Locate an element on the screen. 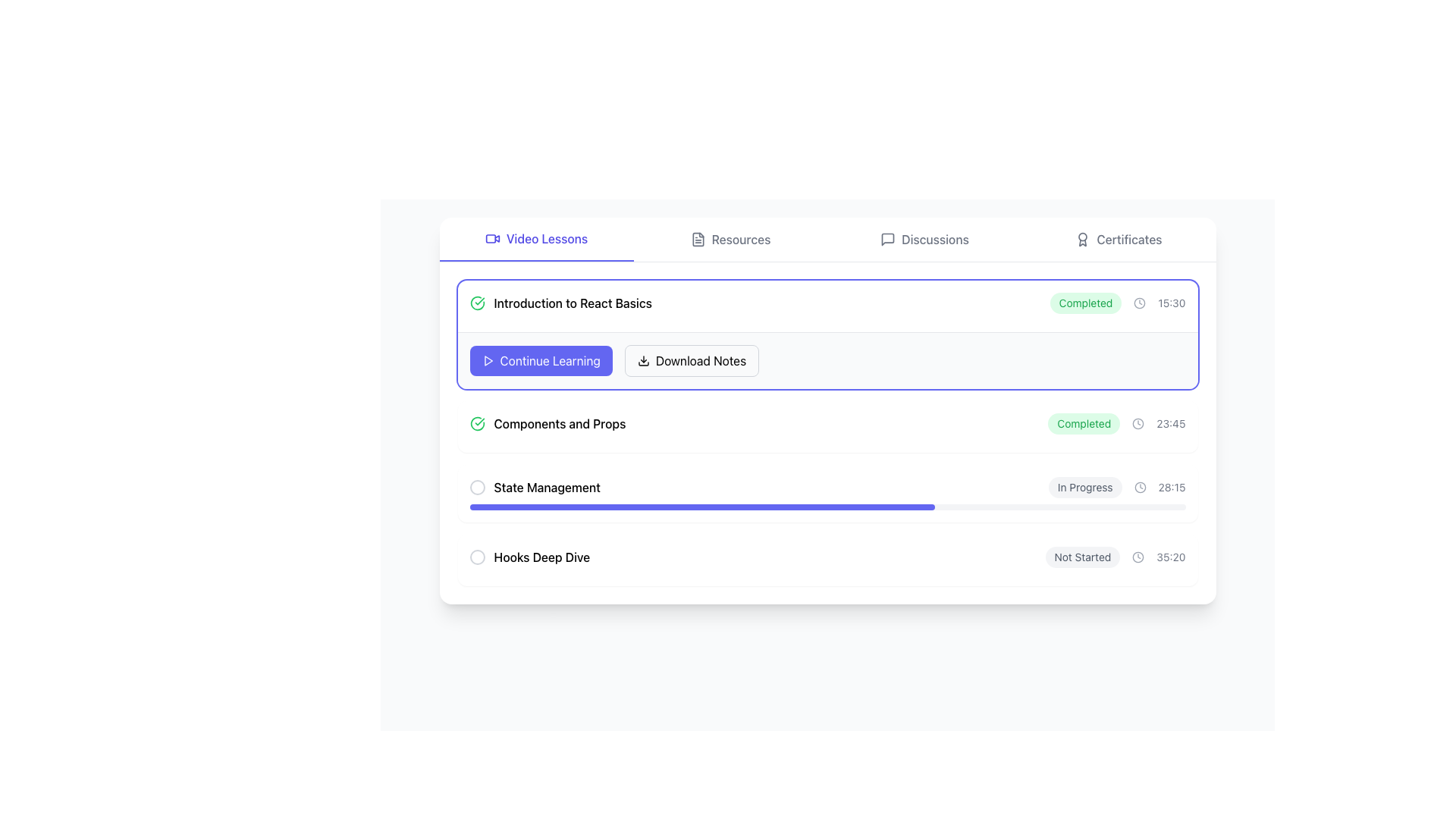 This screenshot has height=819, width=1456. the status indicator of the second list item in the course module, which provides its title, completion status, and duration is located at coordinates (827, 427).